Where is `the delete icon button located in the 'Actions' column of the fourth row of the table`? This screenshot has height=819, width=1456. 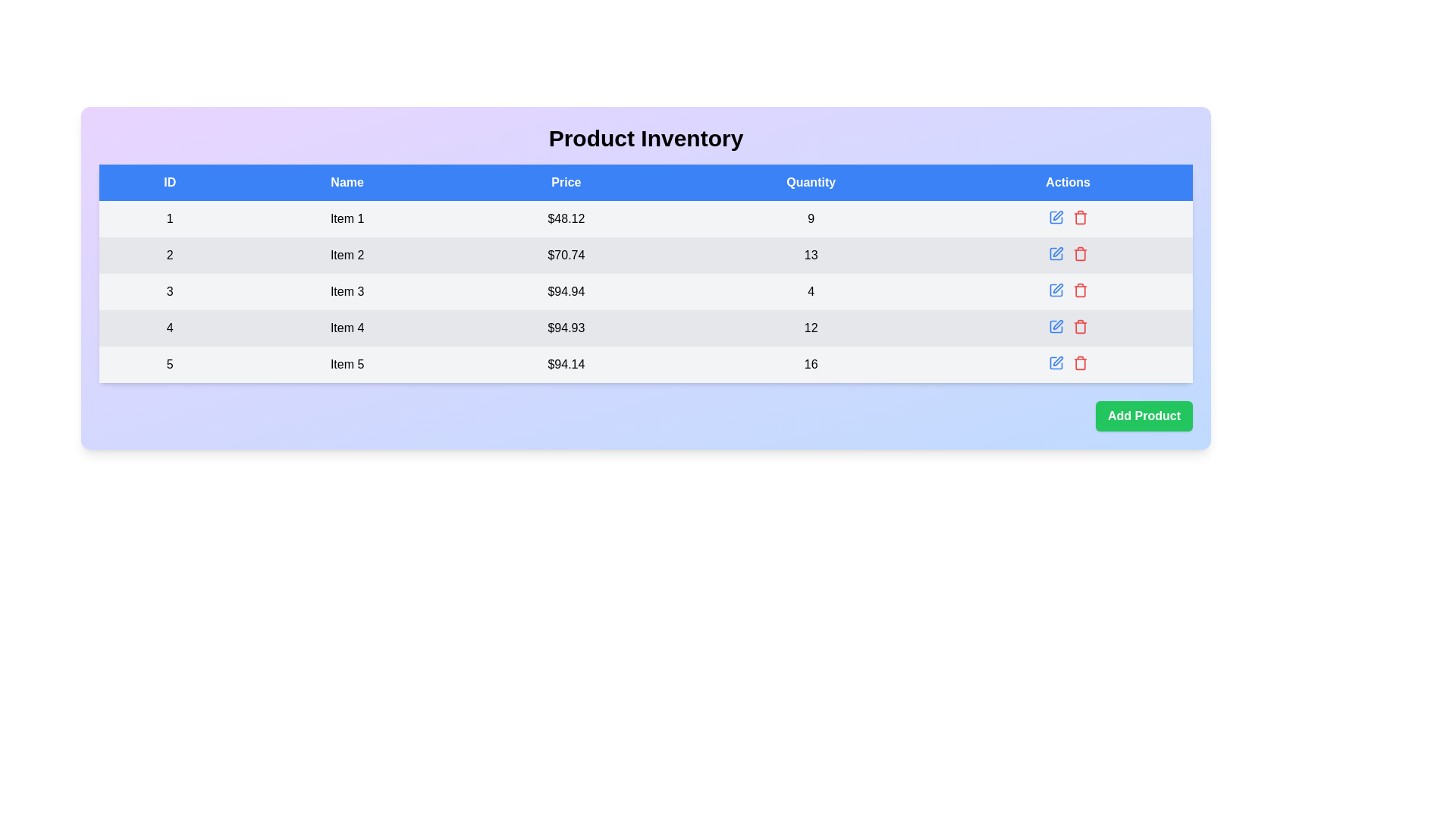
the delete icon button located in the 'Actions' column of the fourth row of the table is located at coordinates (1079, 326).